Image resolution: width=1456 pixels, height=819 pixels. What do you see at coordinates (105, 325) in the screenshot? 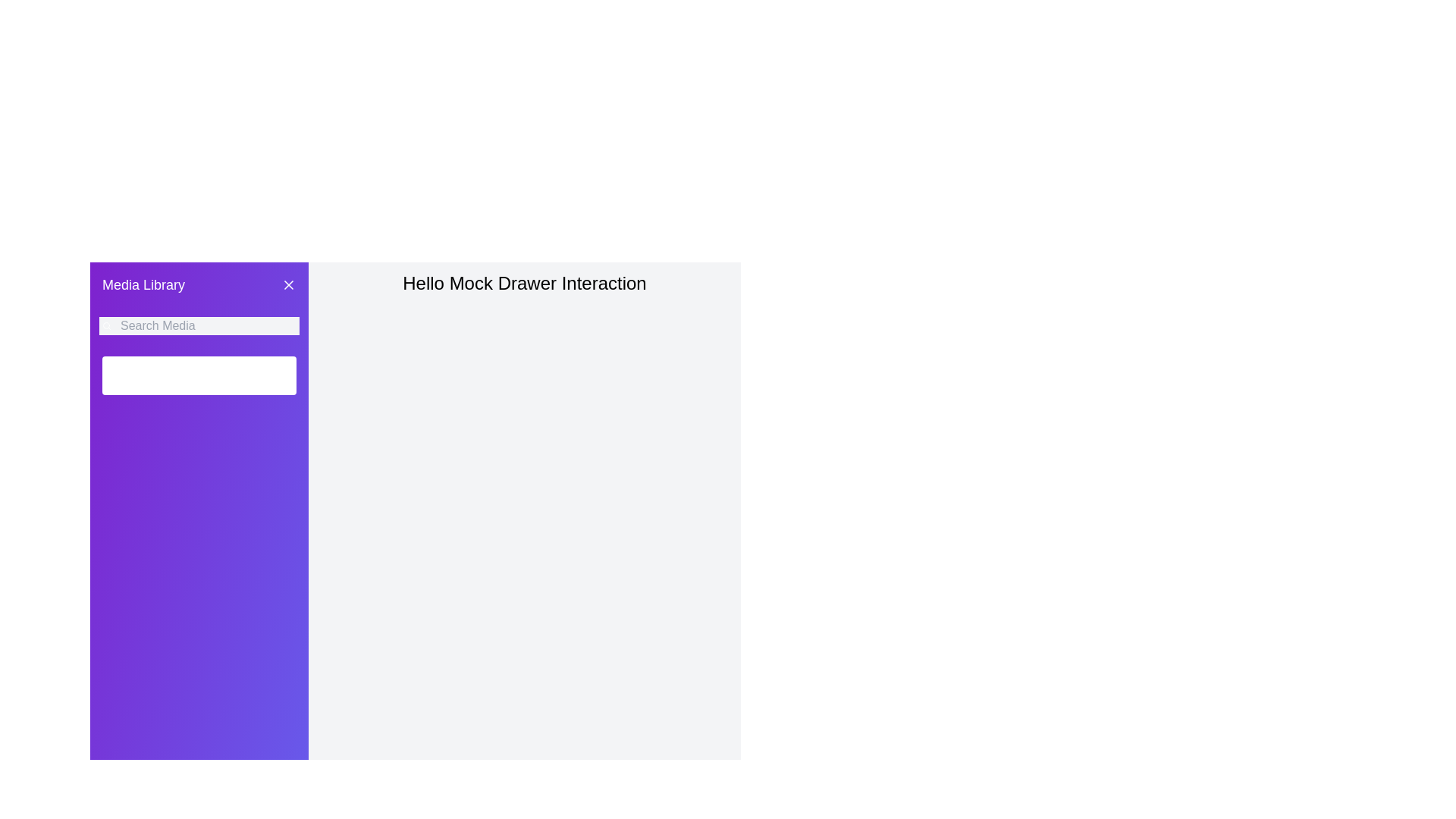
I see `the search icon located at the left of the input field, which represents the search functionality` at bounding box center [105, 325].